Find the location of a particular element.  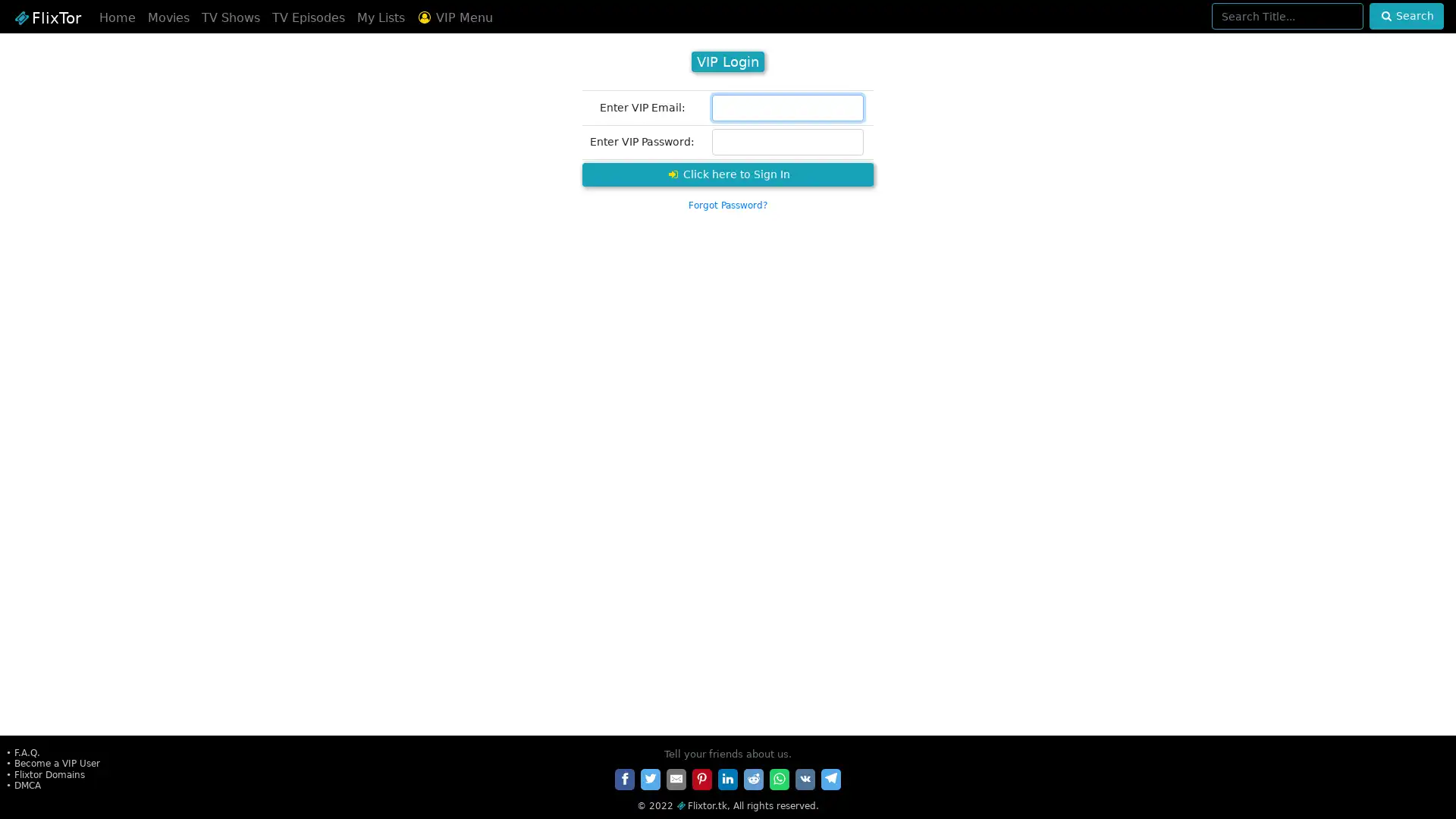

Click here to Sign In is located at coordinates (728, 174).